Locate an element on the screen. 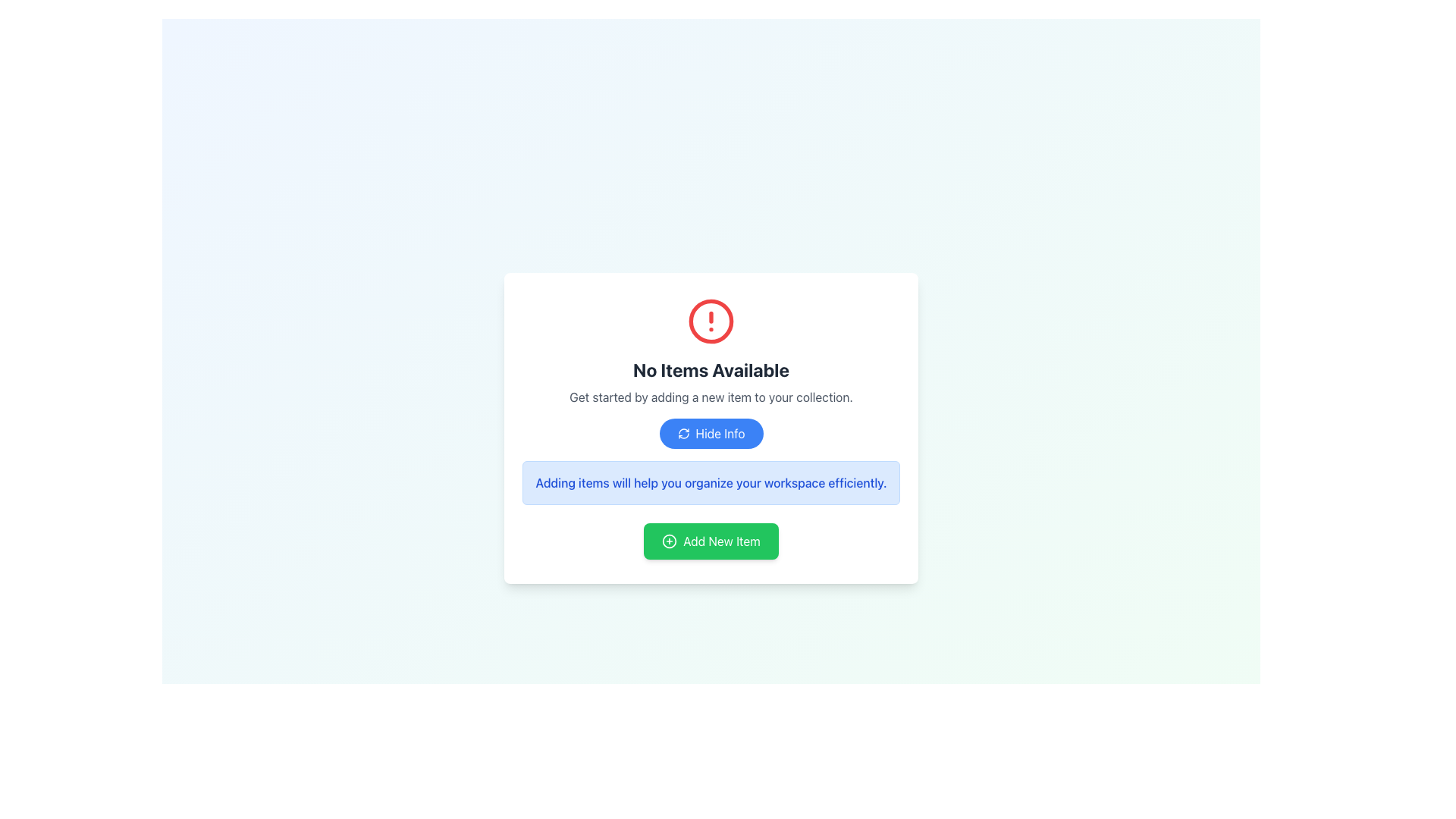  the text element that reads 'Adding items will help you organize your workspace efficiently.' which is centrally positioned within a light blue background and located between the 'Hide Info' button and 'Add New Item' button is located at coordinates (710, 482).